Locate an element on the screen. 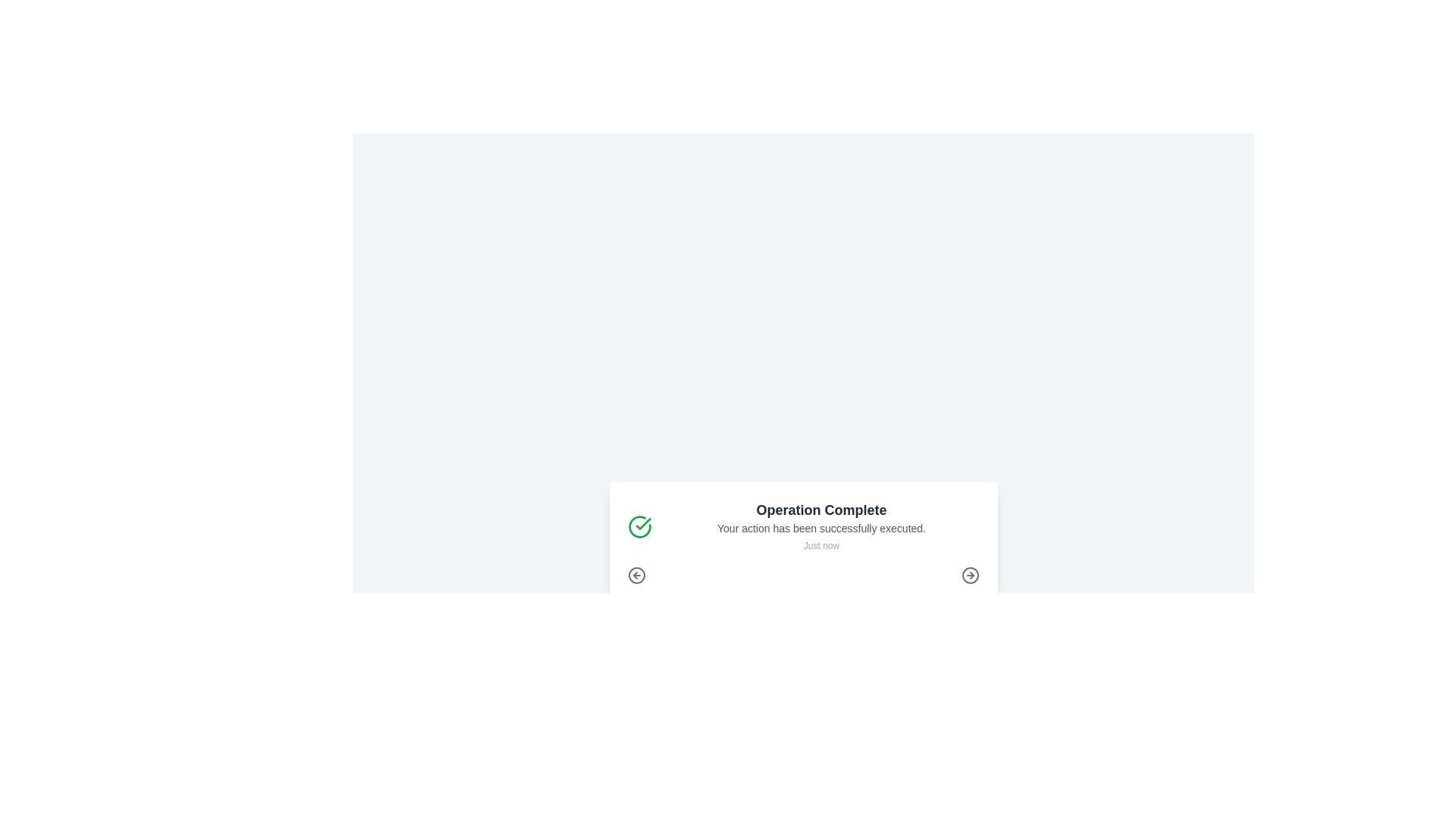  the text label displaying 'Just now', which is positioned at the bottom-right corner of the notification pop-up and aligned to the right of the notification panel is located at coordinates (821, 546).